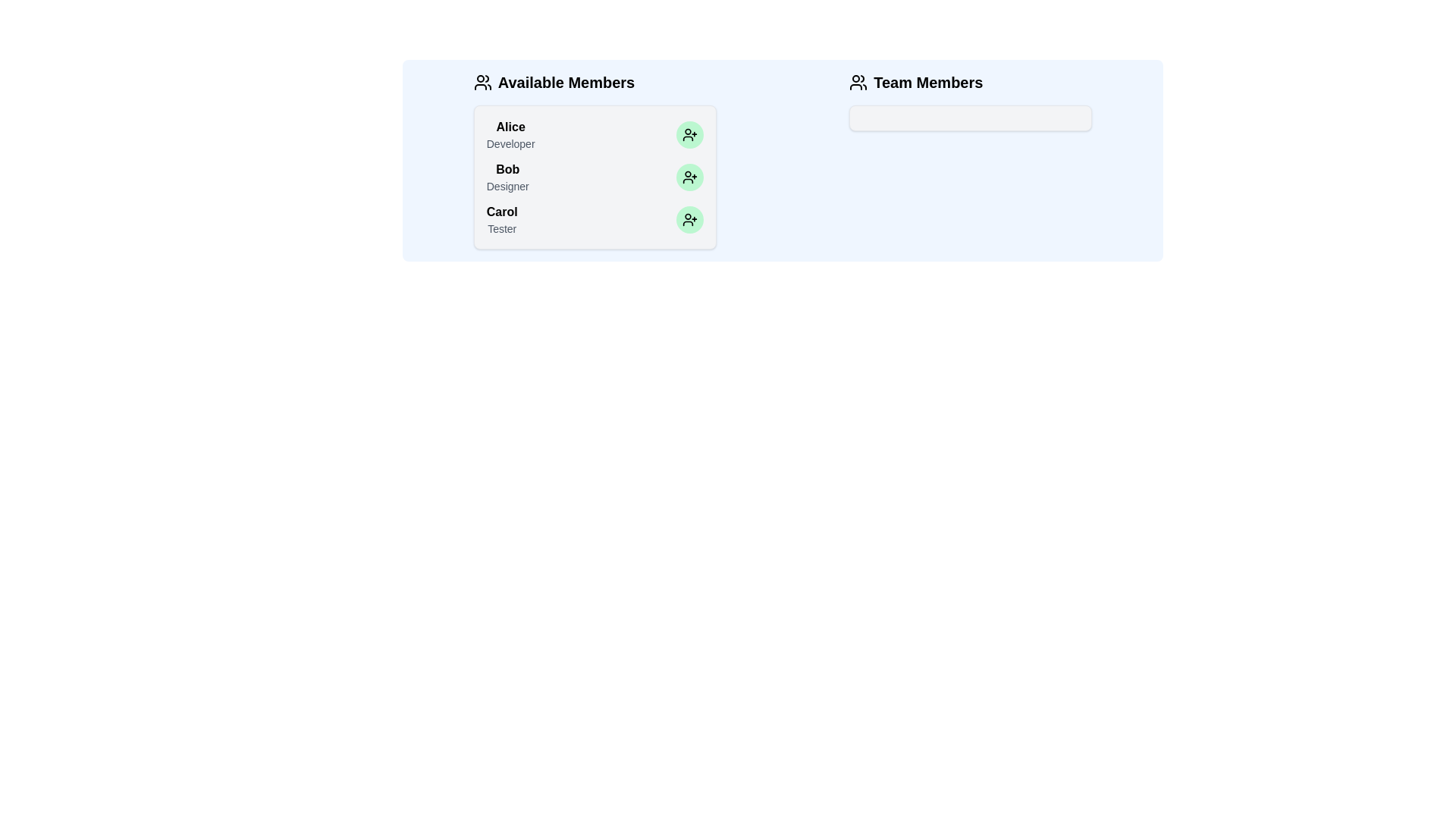  Describe the element at coordinates (689, 133) in the screenshot. I see `the green button next to the name of Alice to transfer them to the team` at that location.